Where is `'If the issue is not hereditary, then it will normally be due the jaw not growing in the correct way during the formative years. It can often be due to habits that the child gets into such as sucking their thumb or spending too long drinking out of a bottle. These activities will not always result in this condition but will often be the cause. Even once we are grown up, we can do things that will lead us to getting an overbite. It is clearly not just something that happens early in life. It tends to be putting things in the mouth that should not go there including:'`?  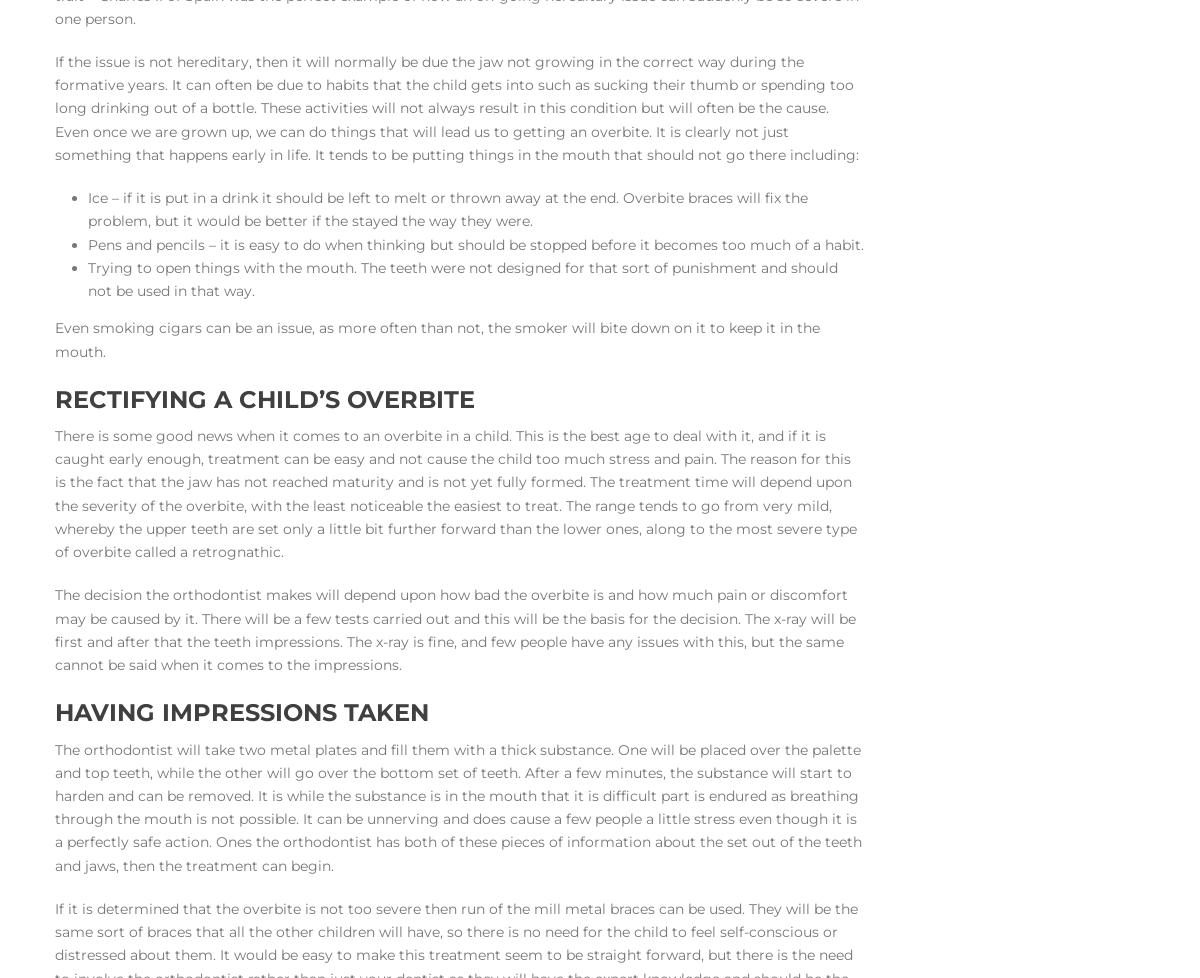
'If the issue is not hereditary, then it will normally be due the jaw not growing in the correct way during the formative years. It can often be due to habits that the child gets into such as sucking their thumb or spending too long drinking out of a bottle. These activities will not always result in this condition but will often be the cause. Even once we are grown up, we can do things that will lead us to getting an overbite. It is clearly not just something that happens early in life. It tends to be putting things in the mouth that should not go there including:' is located at coordinates (455, 107).